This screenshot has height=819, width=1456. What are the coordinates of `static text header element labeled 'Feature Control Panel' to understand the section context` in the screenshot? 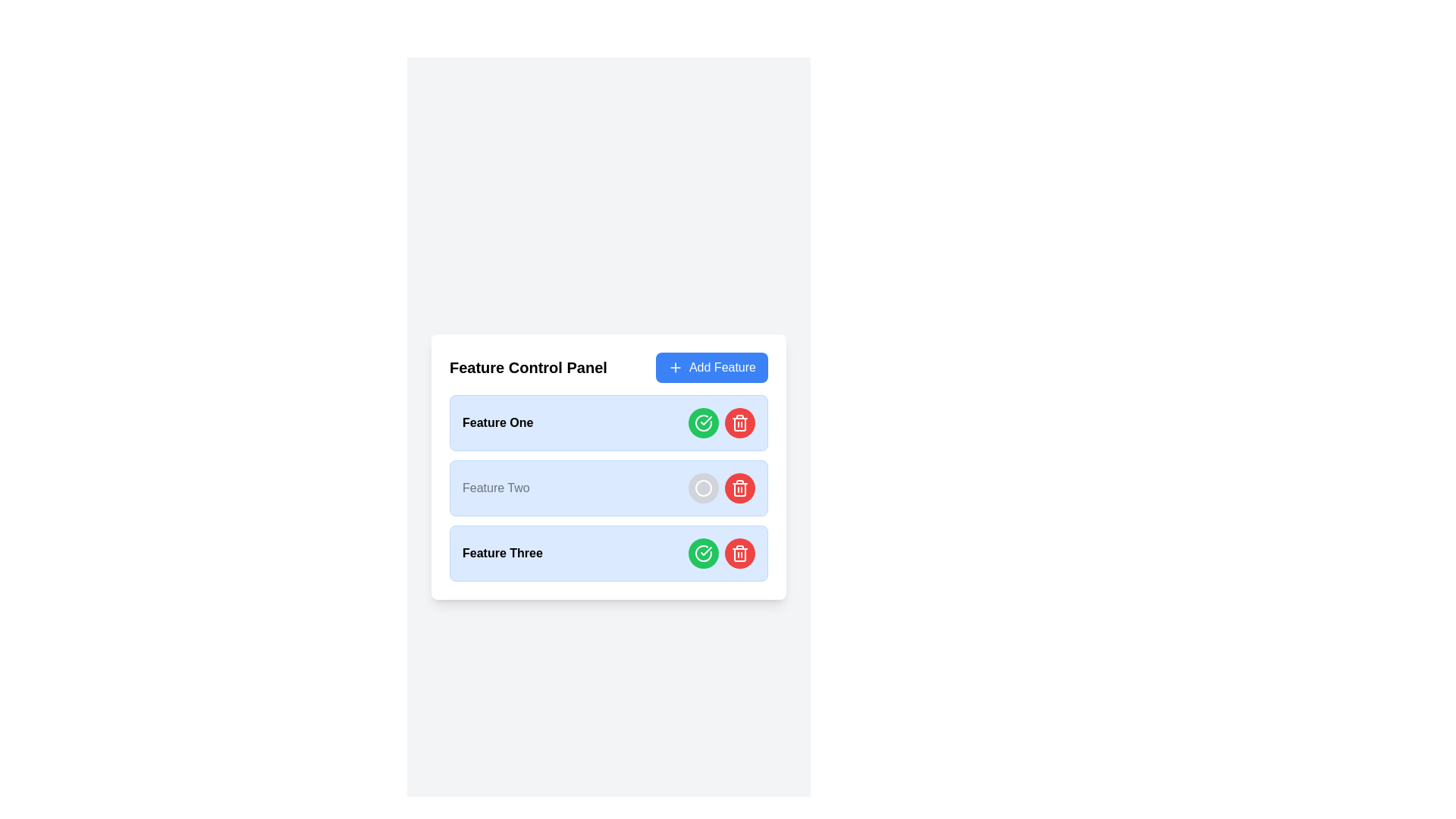 It's located at (528, 368).